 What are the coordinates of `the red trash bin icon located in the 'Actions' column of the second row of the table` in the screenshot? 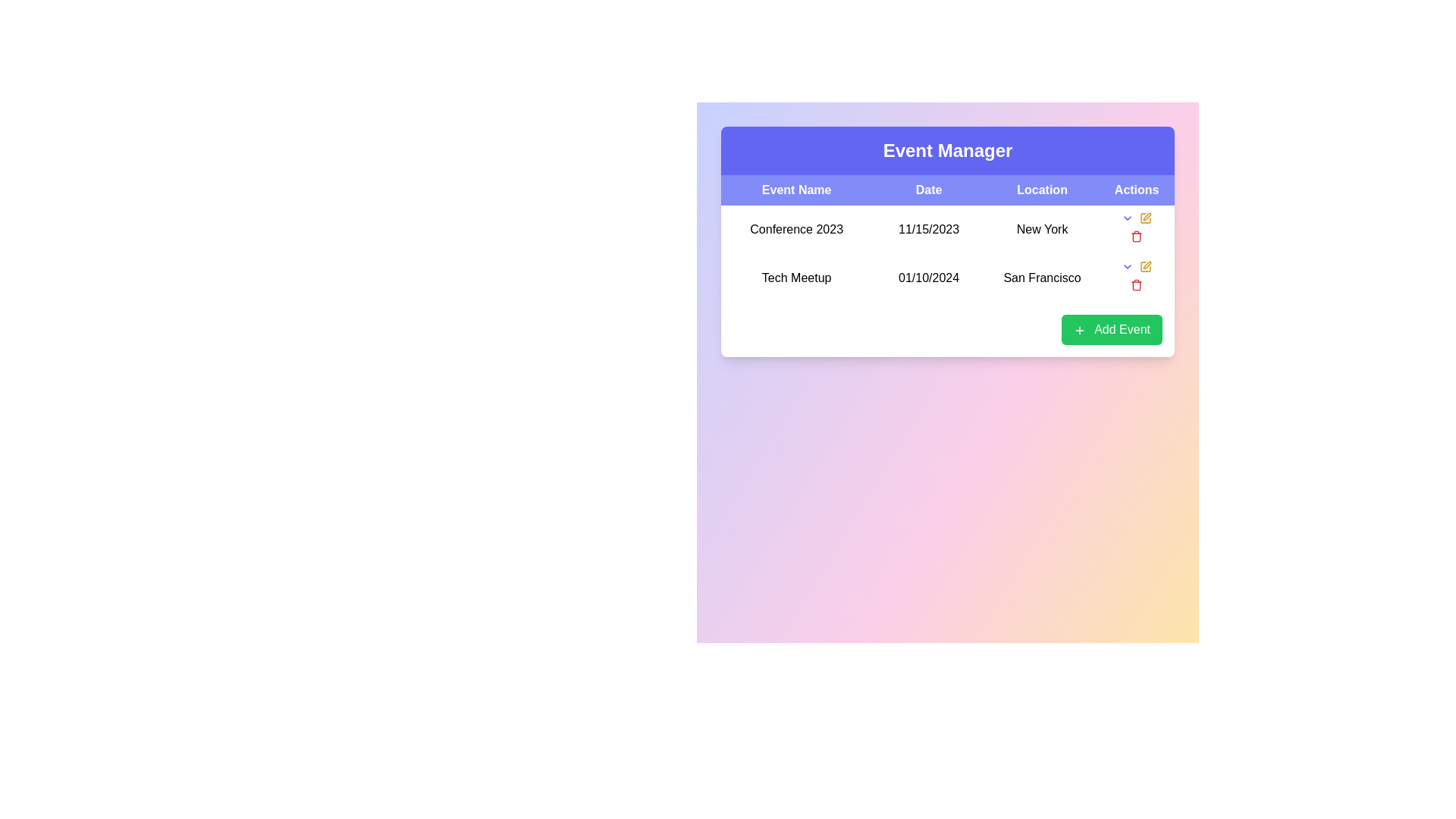 It's located at (1137, 237).